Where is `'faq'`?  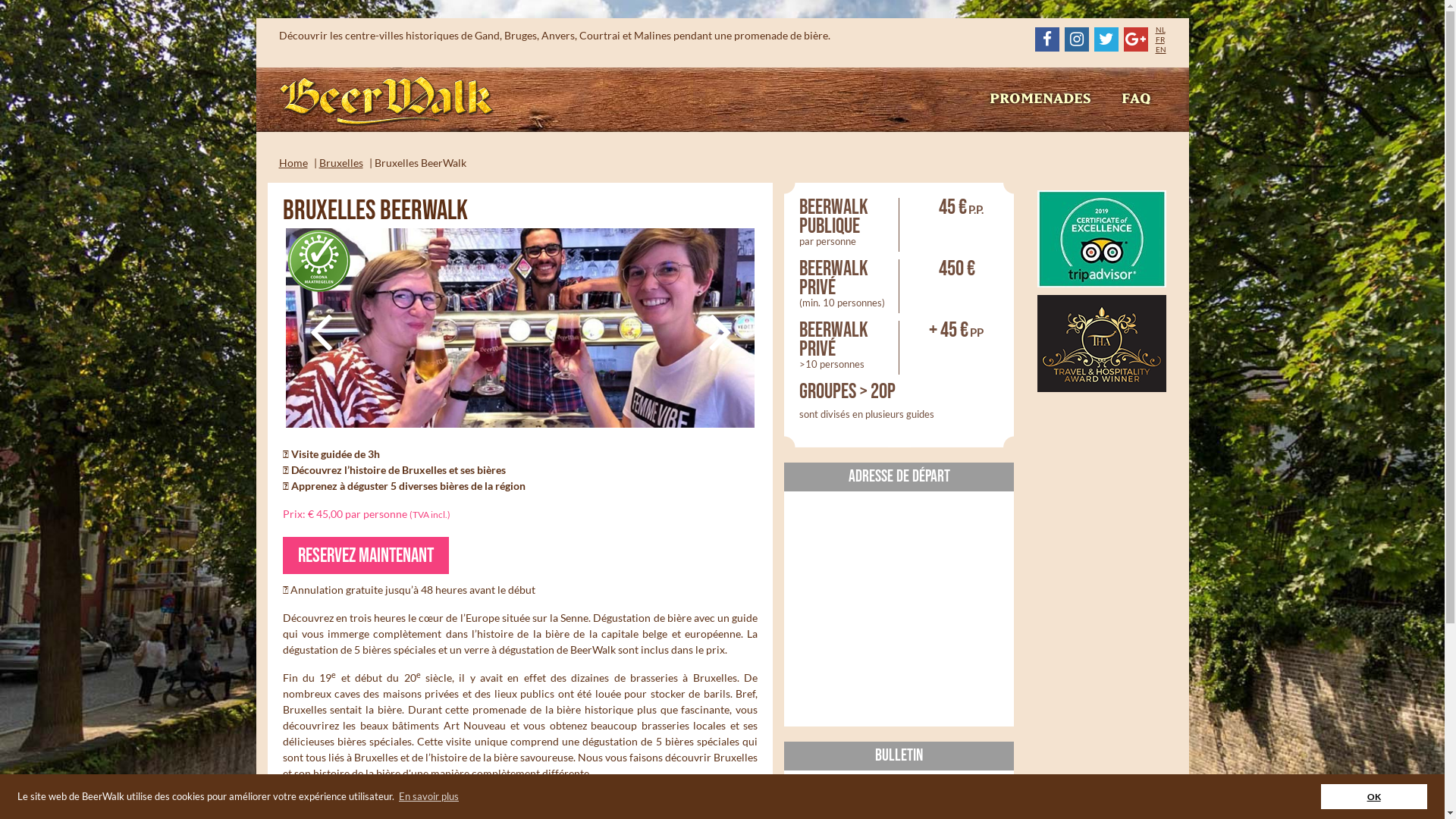 'faq' is located at coordinates (1135, 99).